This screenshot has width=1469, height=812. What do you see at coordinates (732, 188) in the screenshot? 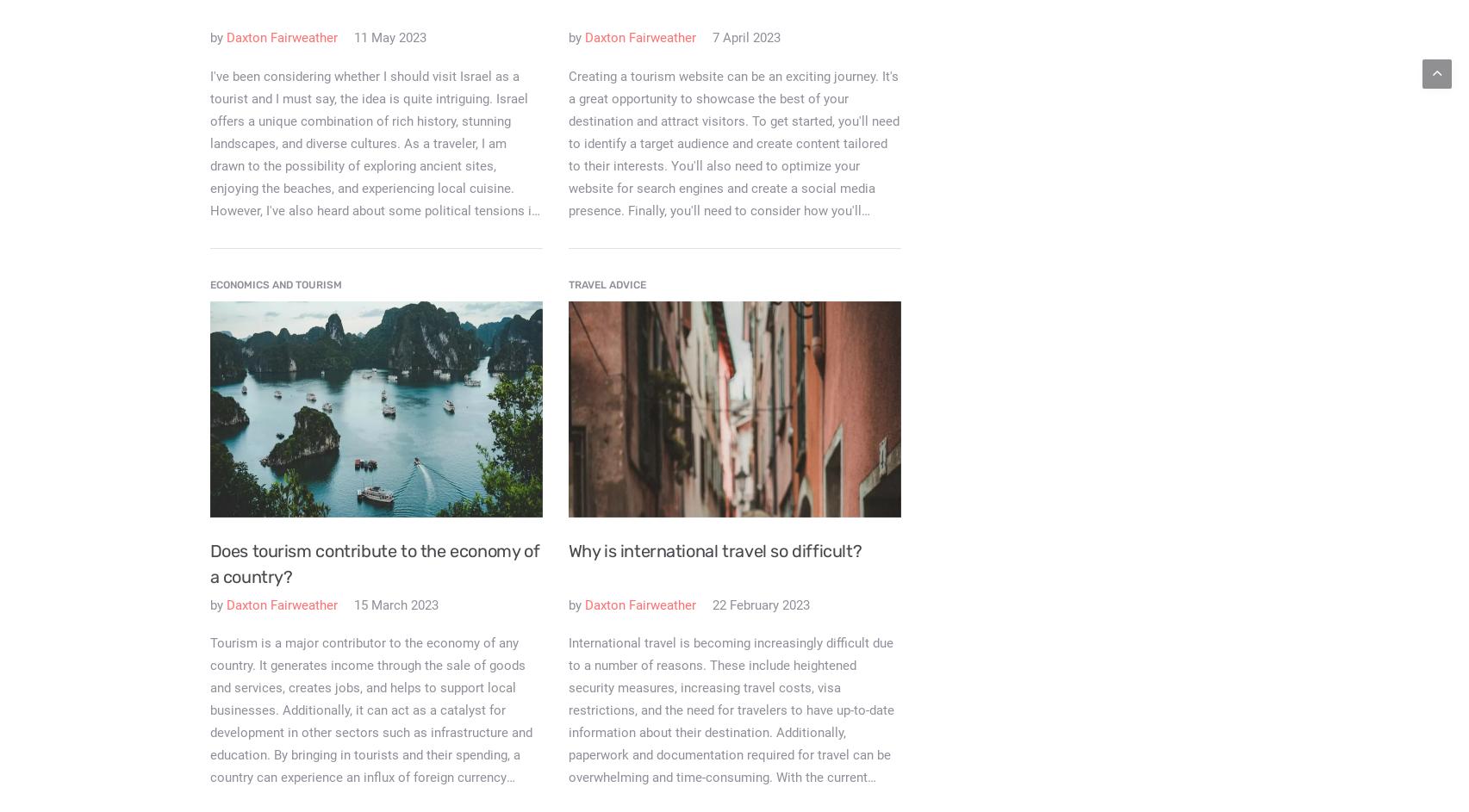
I see `'Creating a tourism website can be an exciting journey. It's a great opportunity to showcase the best of your destination and attract visitors. To get started, you'll need to identify a target audience and create content tailored to their interests. You'll also need to optimize your website for search engines and create a social media presence. Finally, you'll need to consider how you'll monetize the website and ensure it's secure and user-friendly. With the right strategy and execution, you can create a successful tourism website that attracts visitors and keeps them engaged.'` at bounding box center [732, 188].